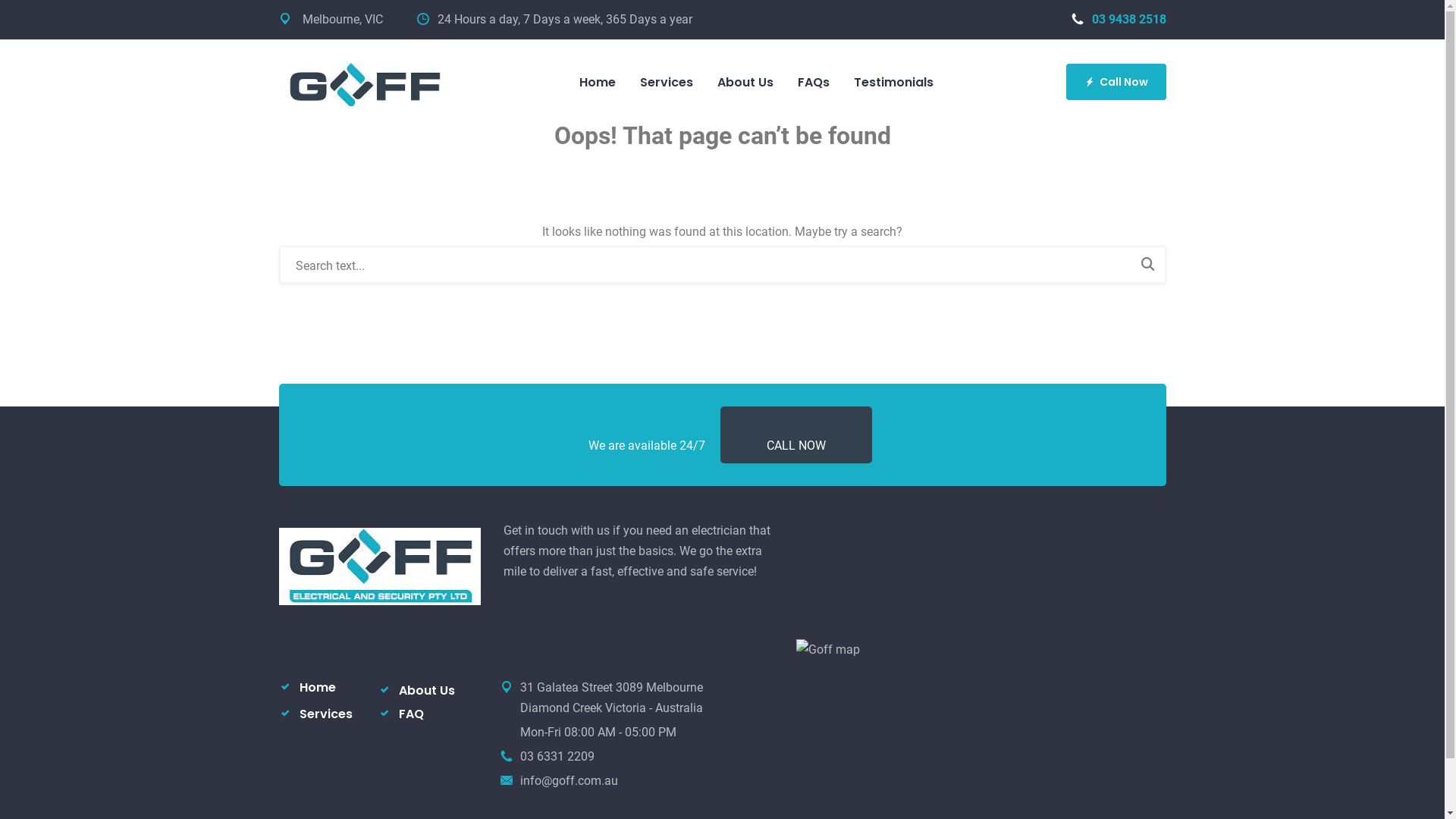 Image resolution: width=1456 pixels, height=819 pixels. I want to click on 'Call Now', so click(1116, 82).